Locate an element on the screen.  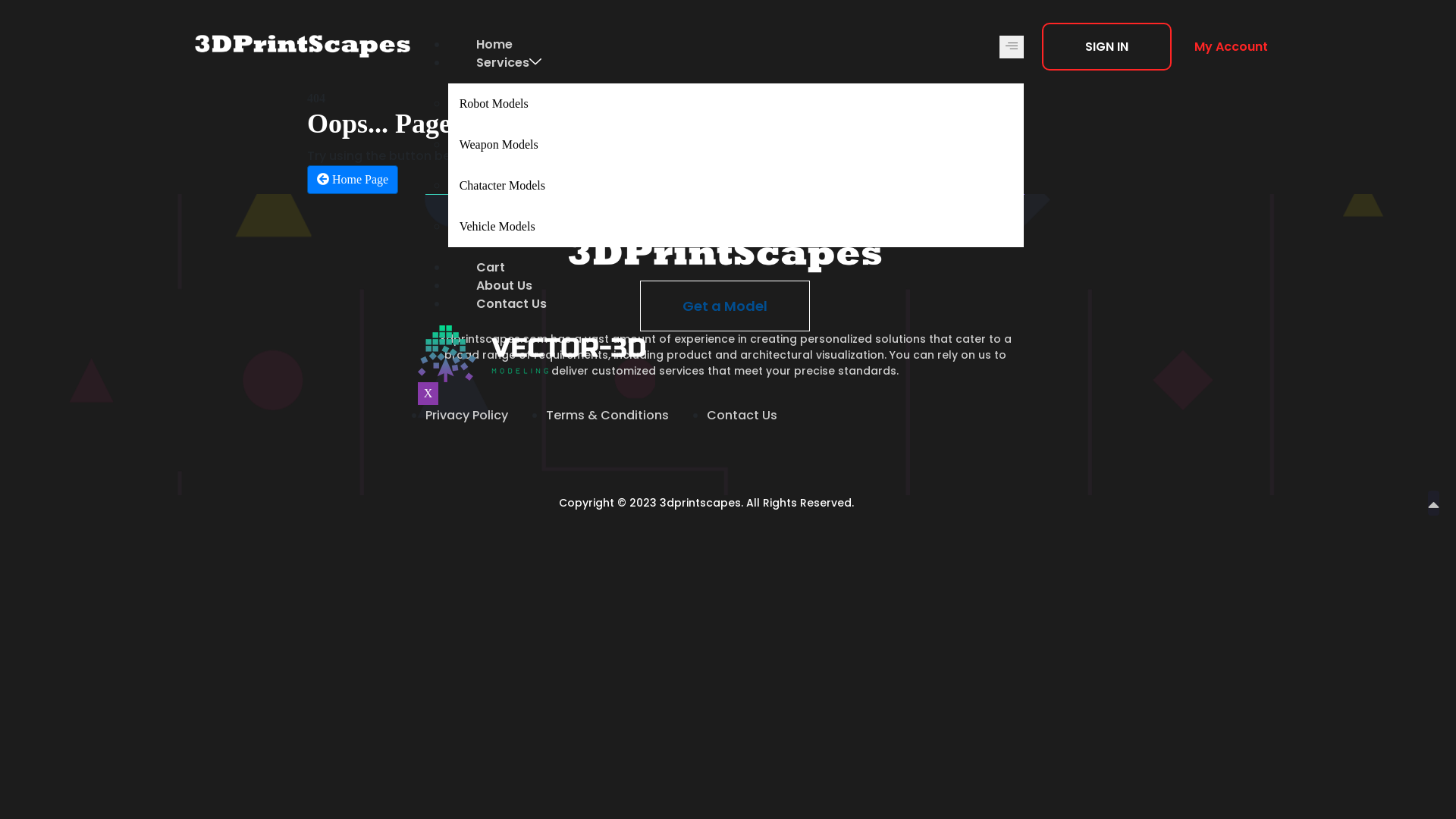
'Contact Us' is located at coordinates (511, 303).